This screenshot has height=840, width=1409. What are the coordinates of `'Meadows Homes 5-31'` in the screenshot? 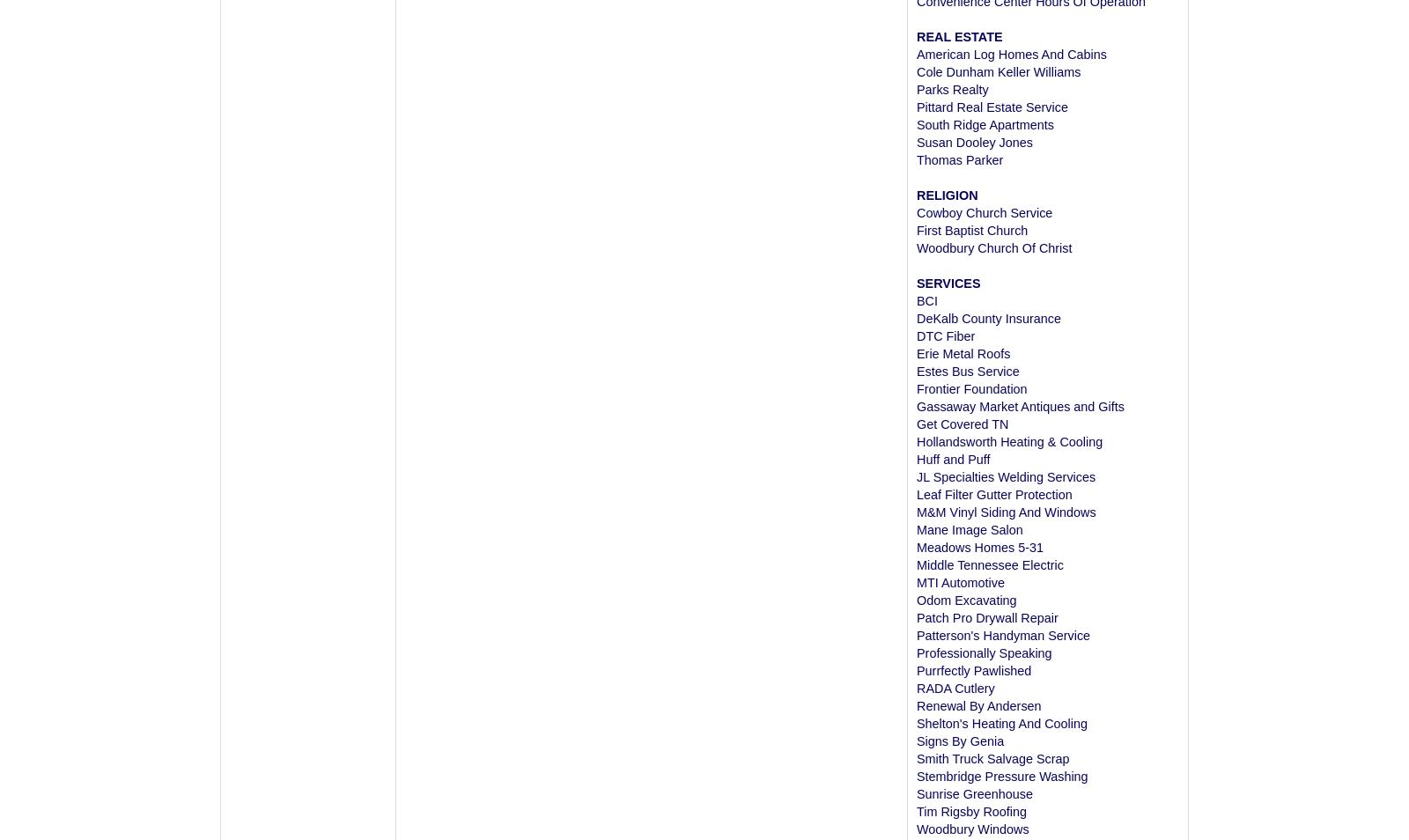 It's located at (979, 547).